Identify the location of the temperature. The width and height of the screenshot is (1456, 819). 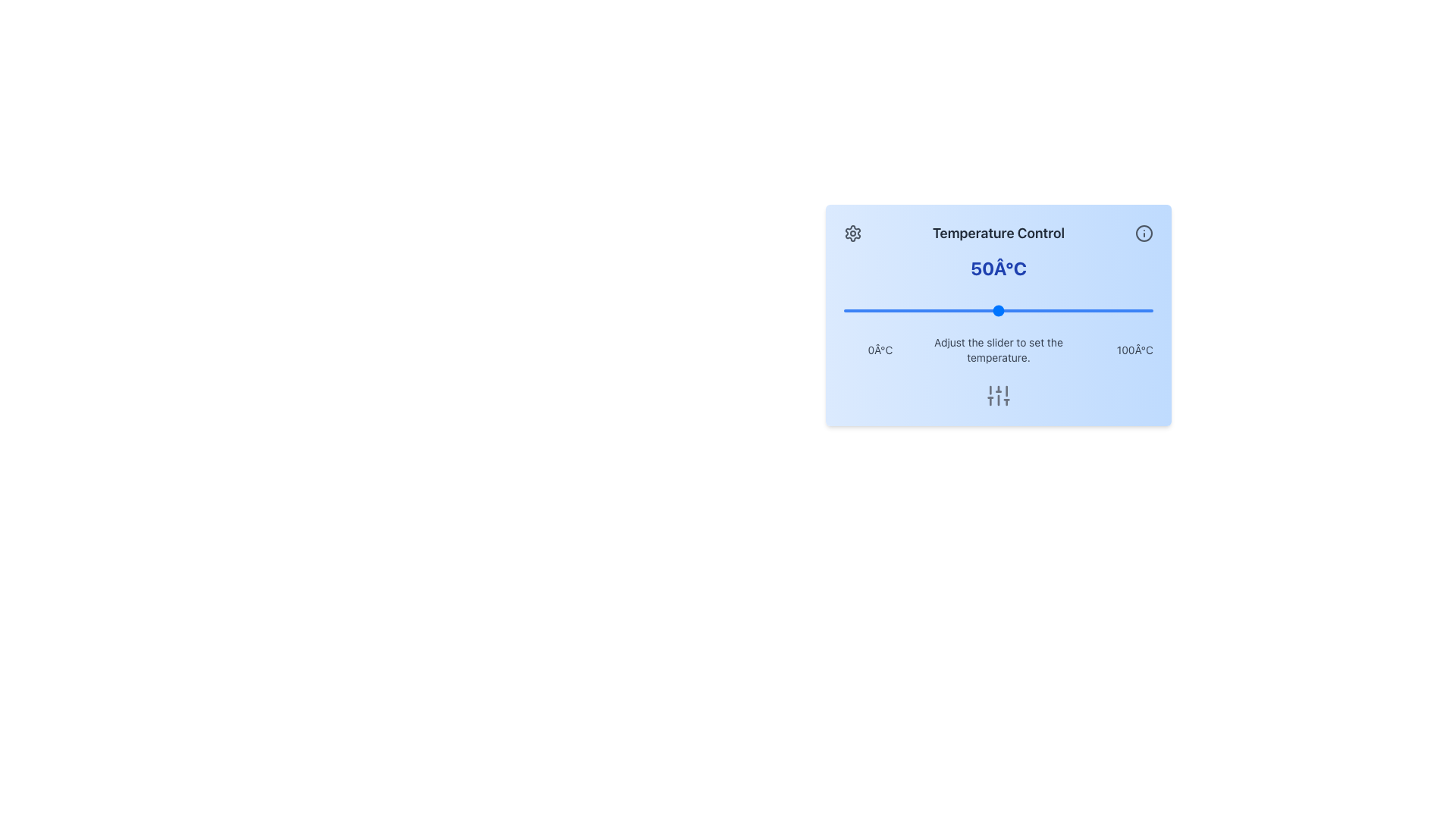
(899, 309).